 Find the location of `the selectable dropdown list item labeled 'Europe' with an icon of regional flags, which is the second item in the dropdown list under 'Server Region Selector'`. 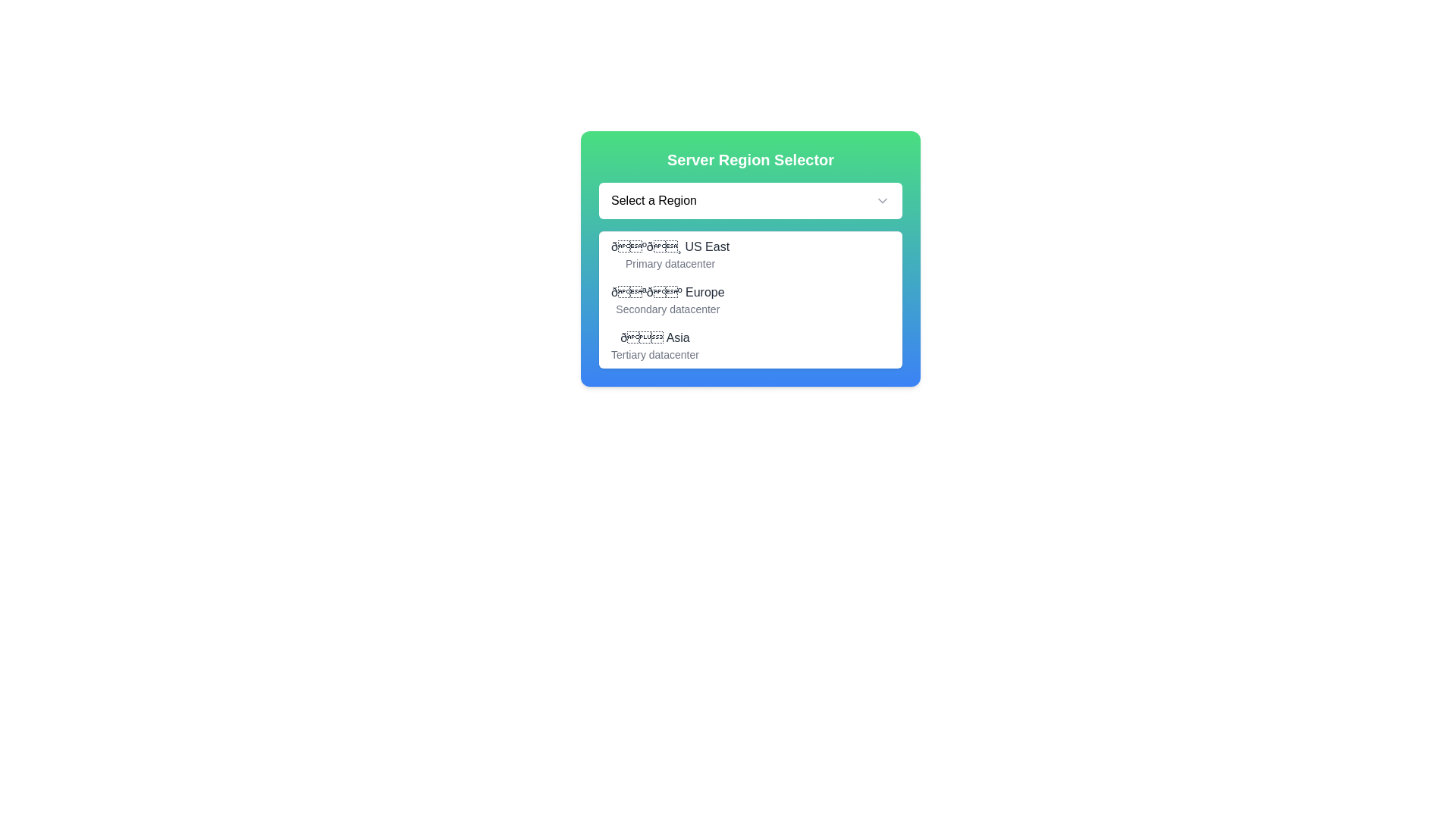

the selectable dropdown list item labeled 'Europe' with an icon of regional flags, which is the second item in the dropdown list under 'Server Region Selector' is located at coordinates (667, 300).